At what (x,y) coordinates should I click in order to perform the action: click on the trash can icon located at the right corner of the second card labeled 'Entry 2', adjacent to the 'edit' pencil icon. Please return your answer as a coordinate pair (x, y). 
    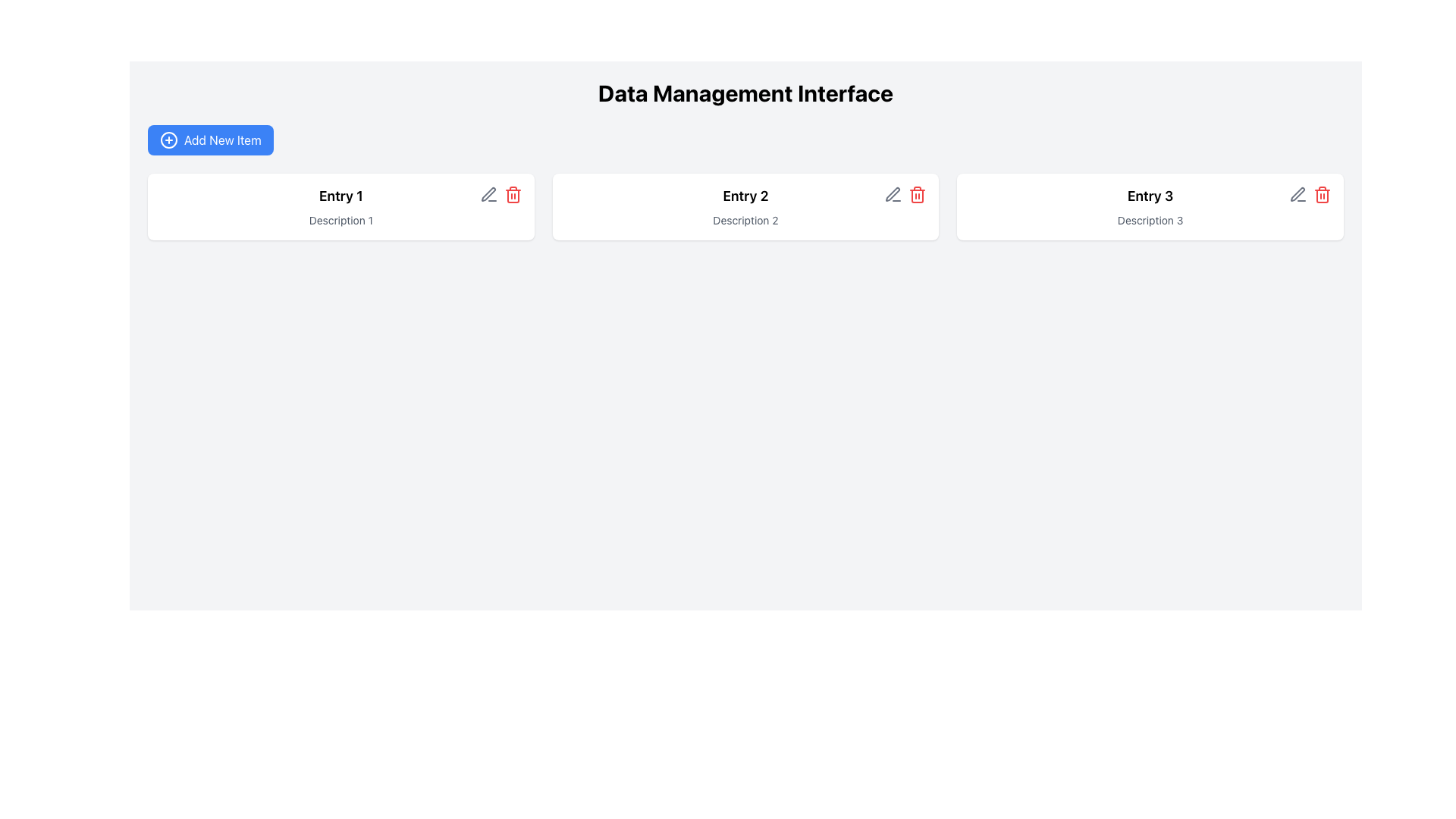
    Looking at the image, I should click on (917, 195).